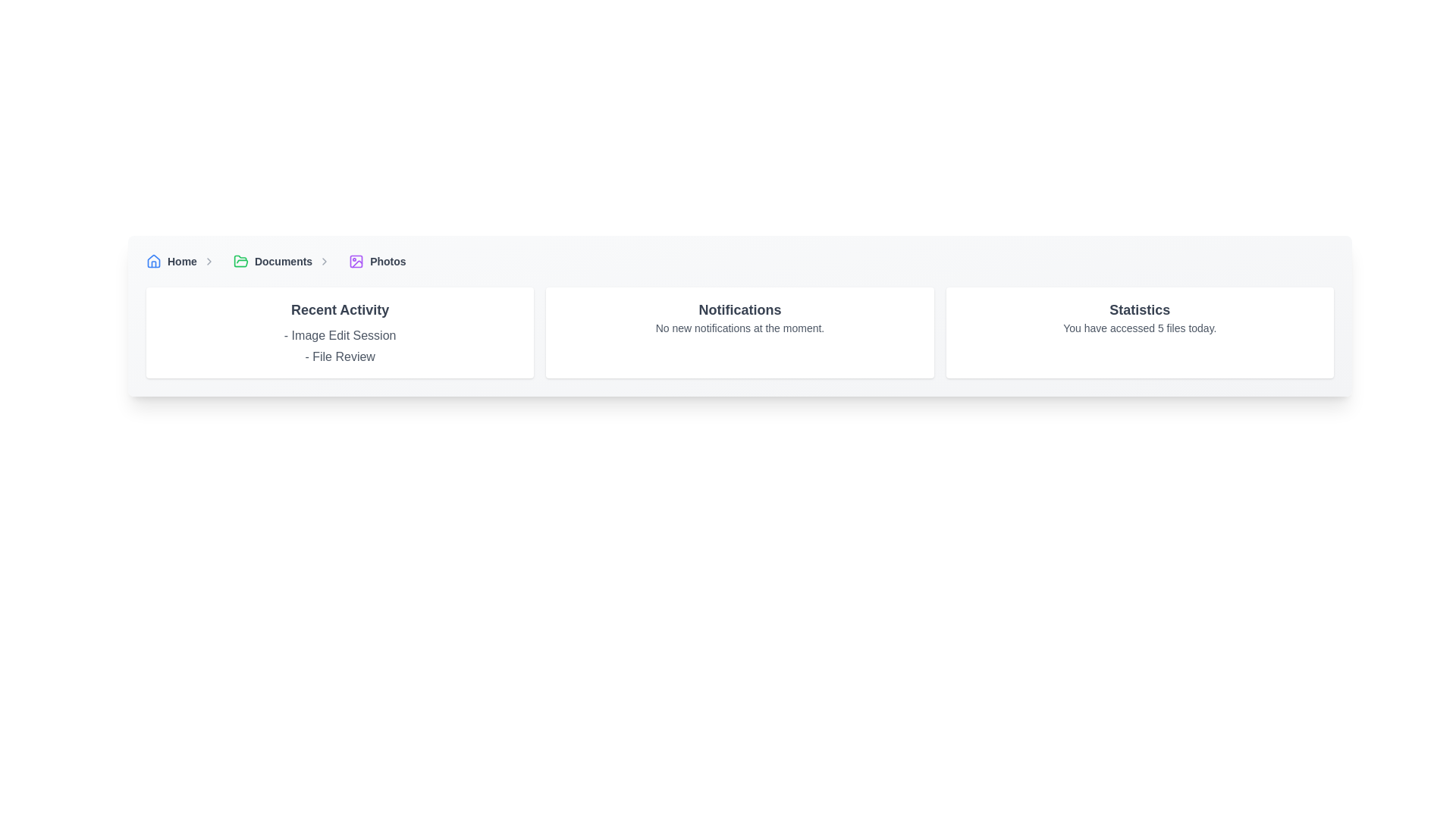 The image size is (1456, 819). Describe the element at coordinates (273, 260) in the screenshot. I see `the 'Documents' hyperlink in the breadcrumb navigation bar, which is a green folder icon followed by dark gray text labeled 'Documents'` at that location.